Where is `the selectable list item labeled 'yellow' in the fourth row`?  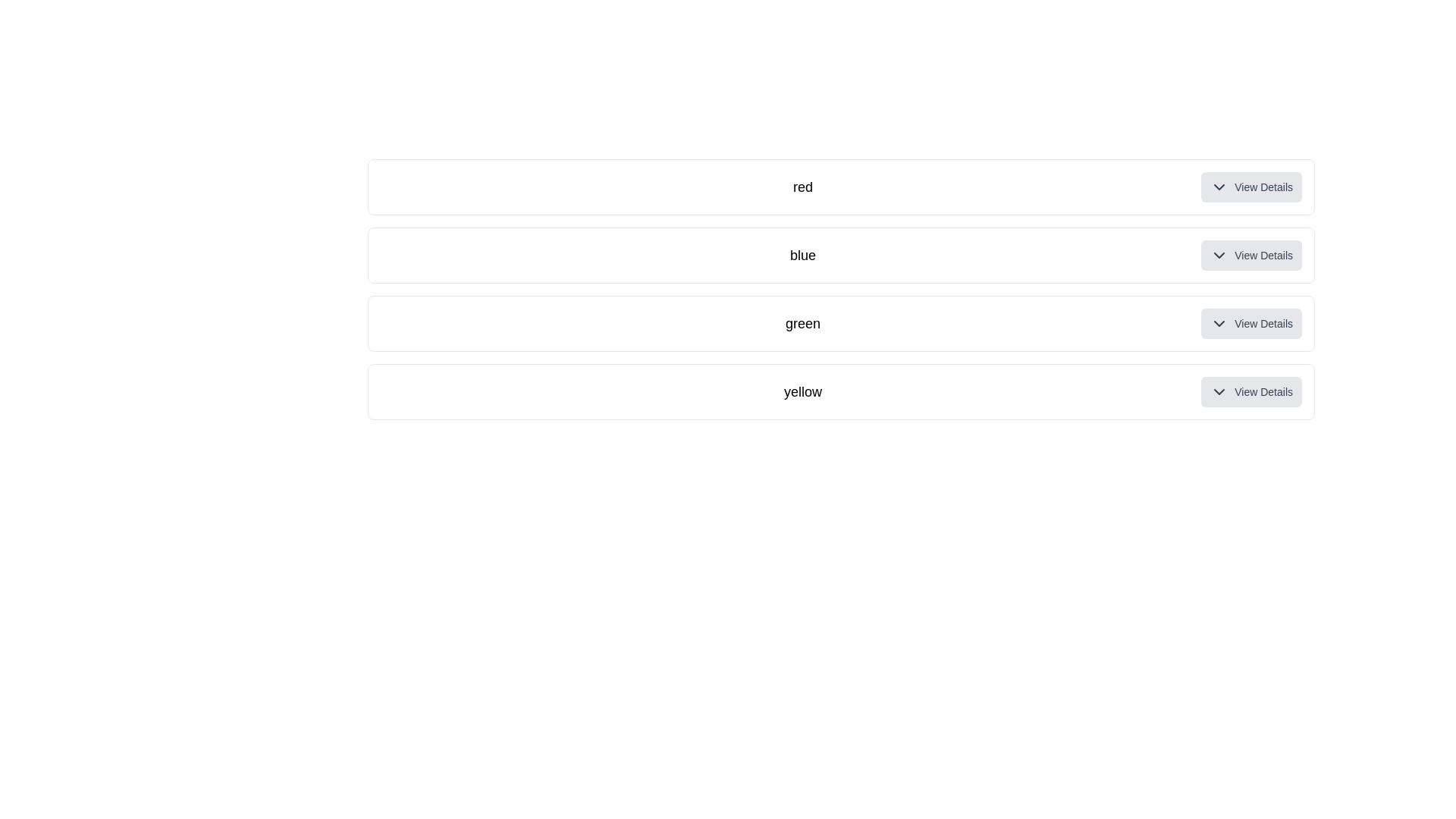 the selectable list item labeled 'yellow' in the fourth row is located at coordinates (840, 391).